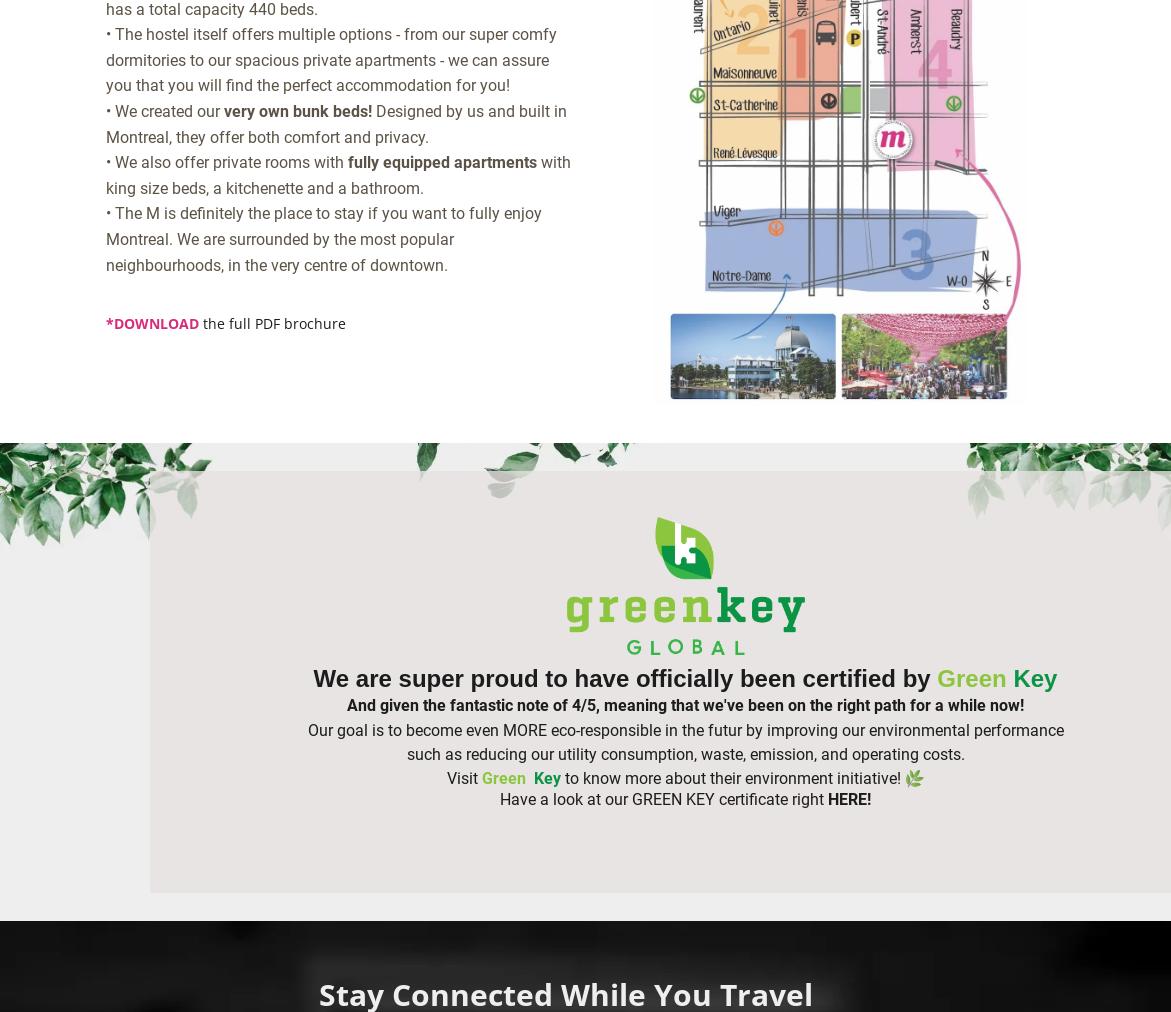 The width and height of the screenshot is (1171, 1012). I want to click on 'Designed by us and built in Montreal, they offer both comfort and privacy.', so click(335, 122).